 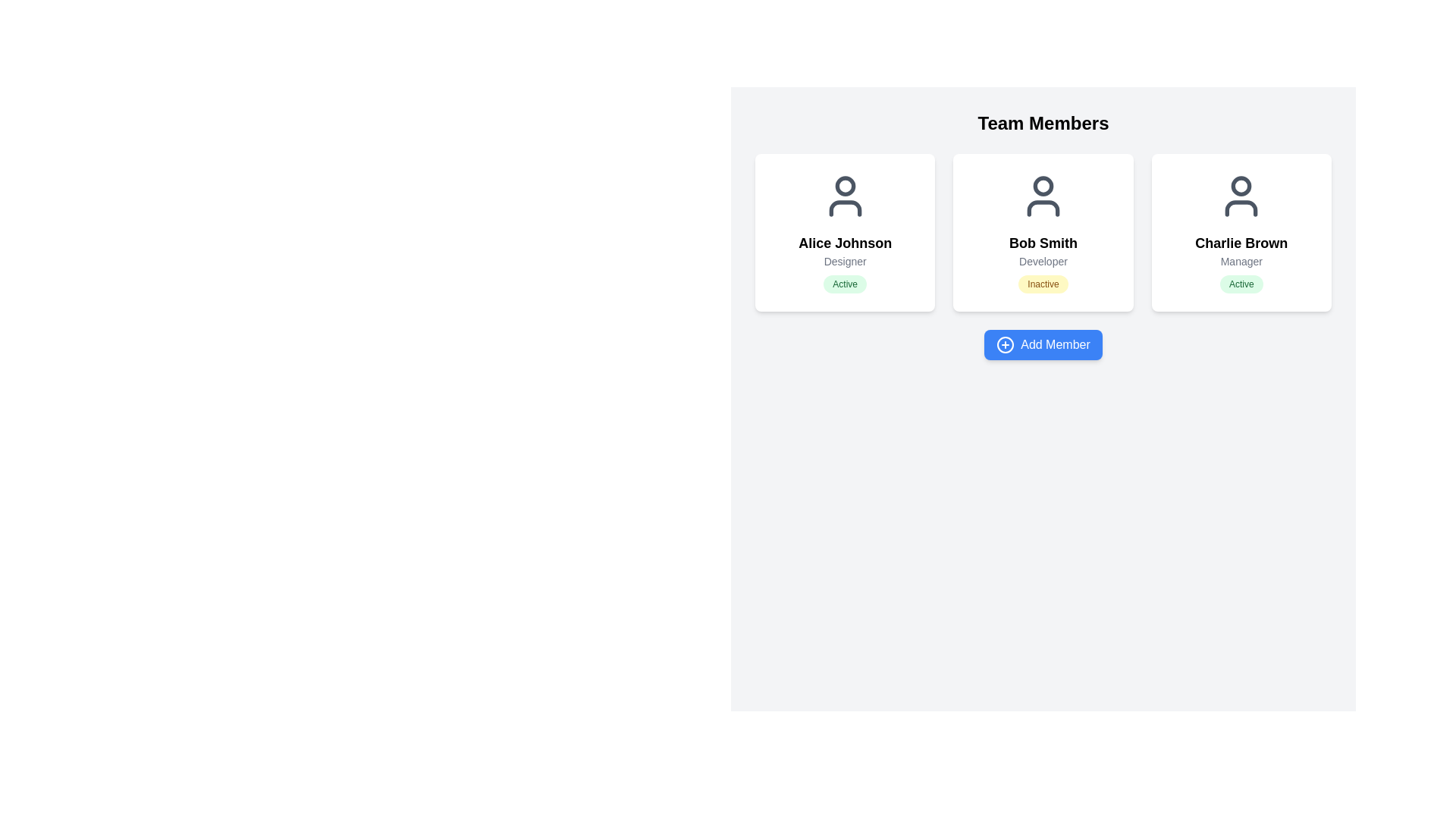 What do you see at coordinates (1006, 345) in the screenshot?
I see `the Circle Plus Symbol icon, which visually indicates the addition action within the 'Add Member' button` at bounding box center [1006, 345].